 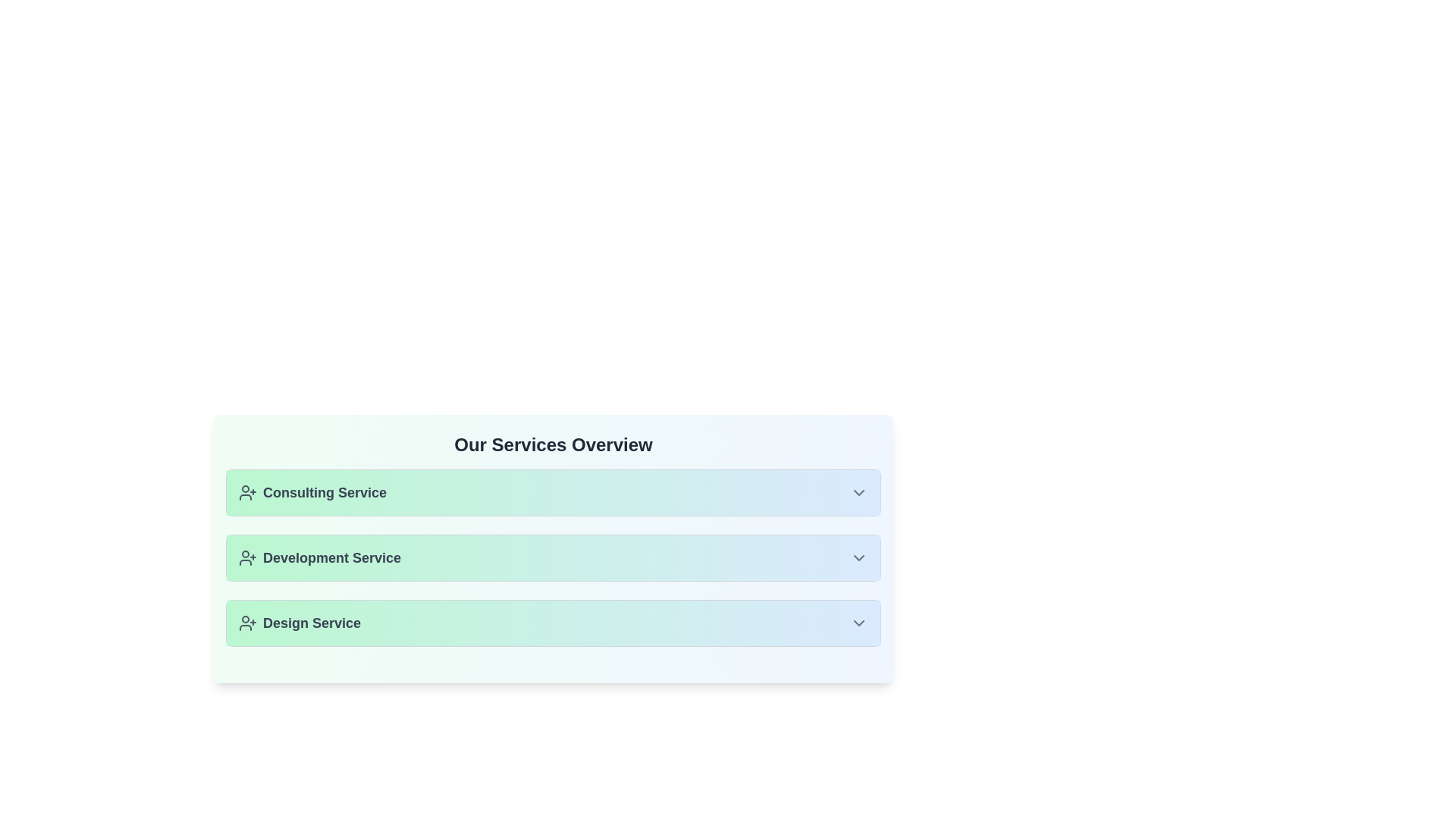 What do you see at coordinates (247, 623) in the screenshot?
I see `the 'Design Service' icon located to the left of the 'Design Service' text in the third row of the services listed under 'Our Services Overview'` at bounding box center [247, 623].